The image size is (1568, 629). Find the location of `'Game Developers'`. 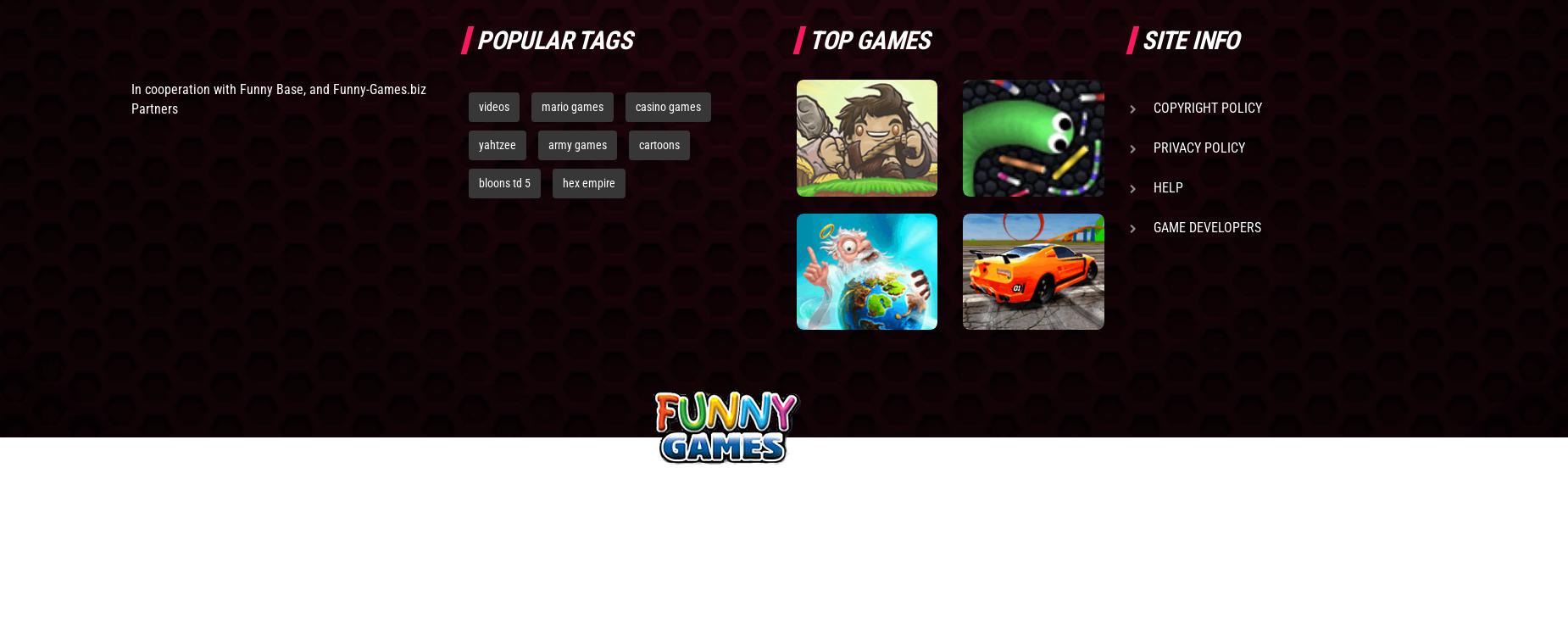

'Game Developers' is located at coordinates (1206, 226).